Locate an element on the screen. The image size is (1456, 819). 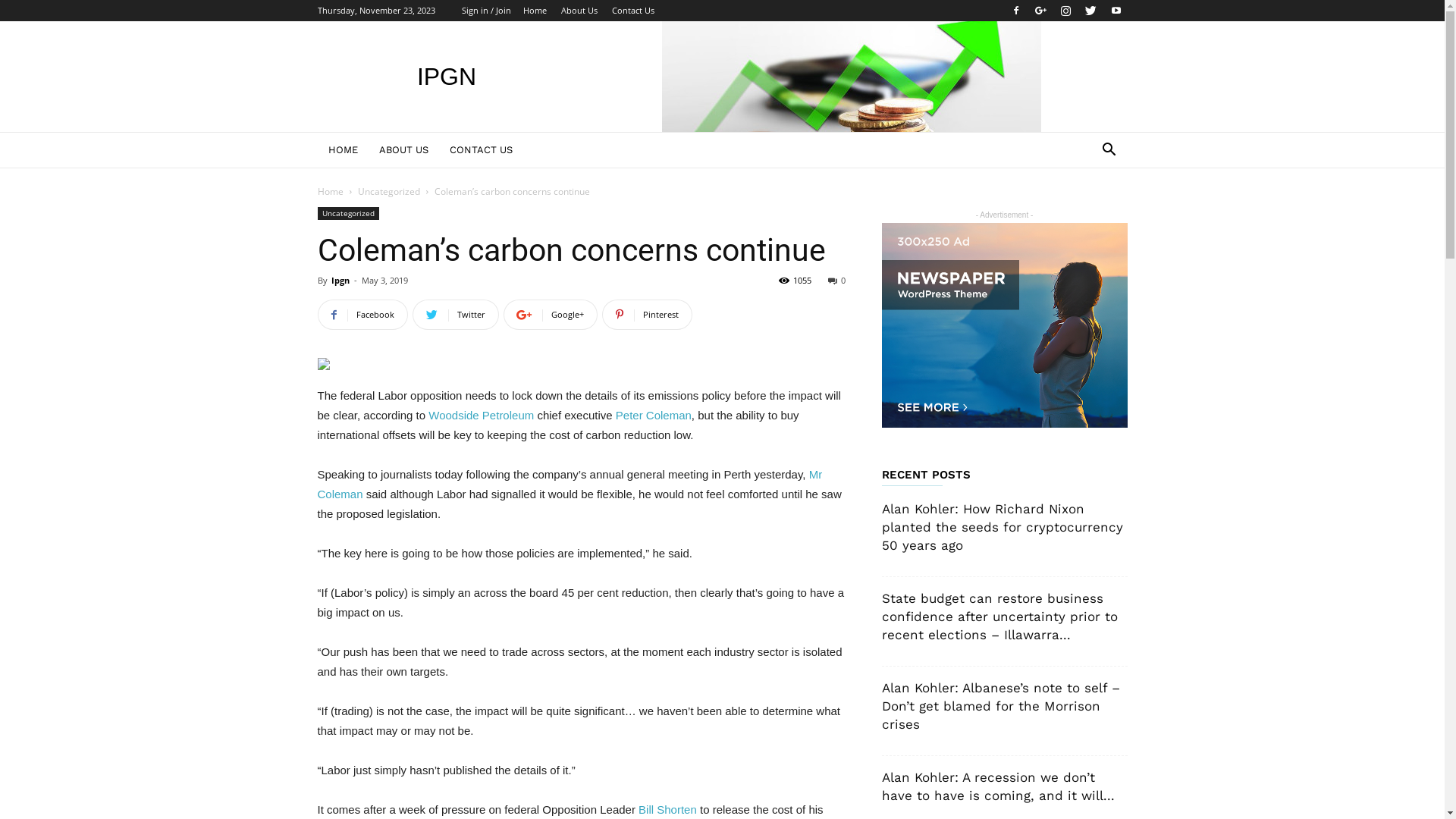
'Uncategorized' is located at coordinates (389, 190).